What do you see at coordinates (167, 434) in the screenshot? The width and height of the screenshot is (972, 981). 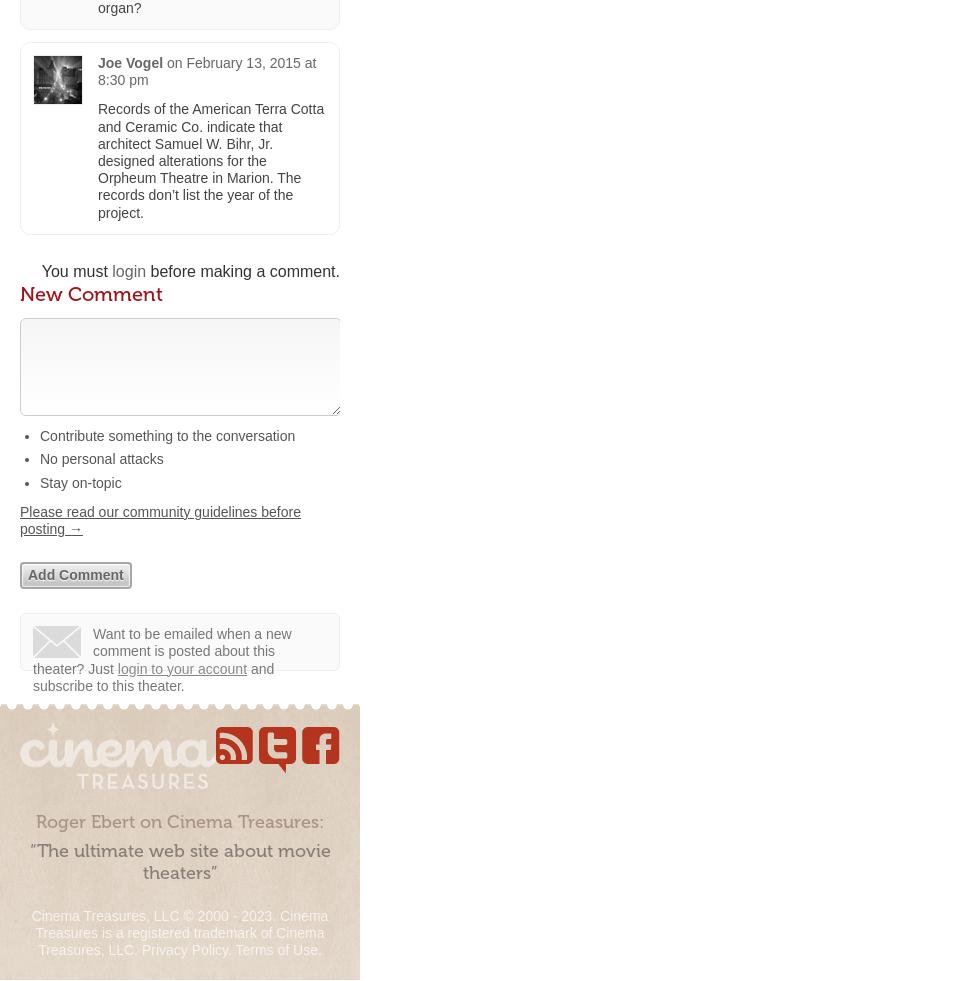 I see `'Contribute something to the conversation'` at bounding box center [167, 434].